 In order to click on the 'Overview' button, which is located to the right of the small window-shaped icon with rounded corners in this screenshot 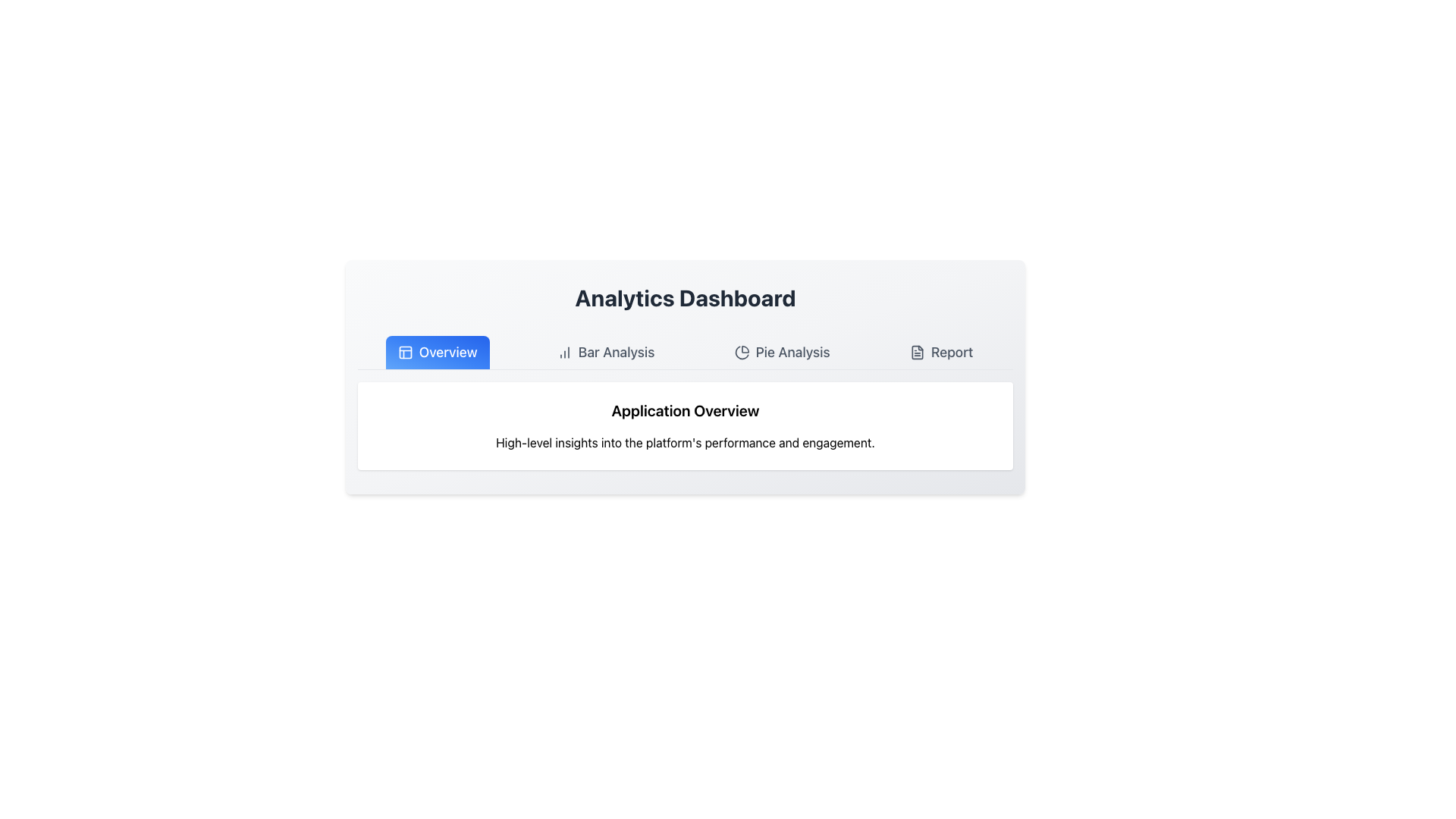, I will do `click(405, 353)`.